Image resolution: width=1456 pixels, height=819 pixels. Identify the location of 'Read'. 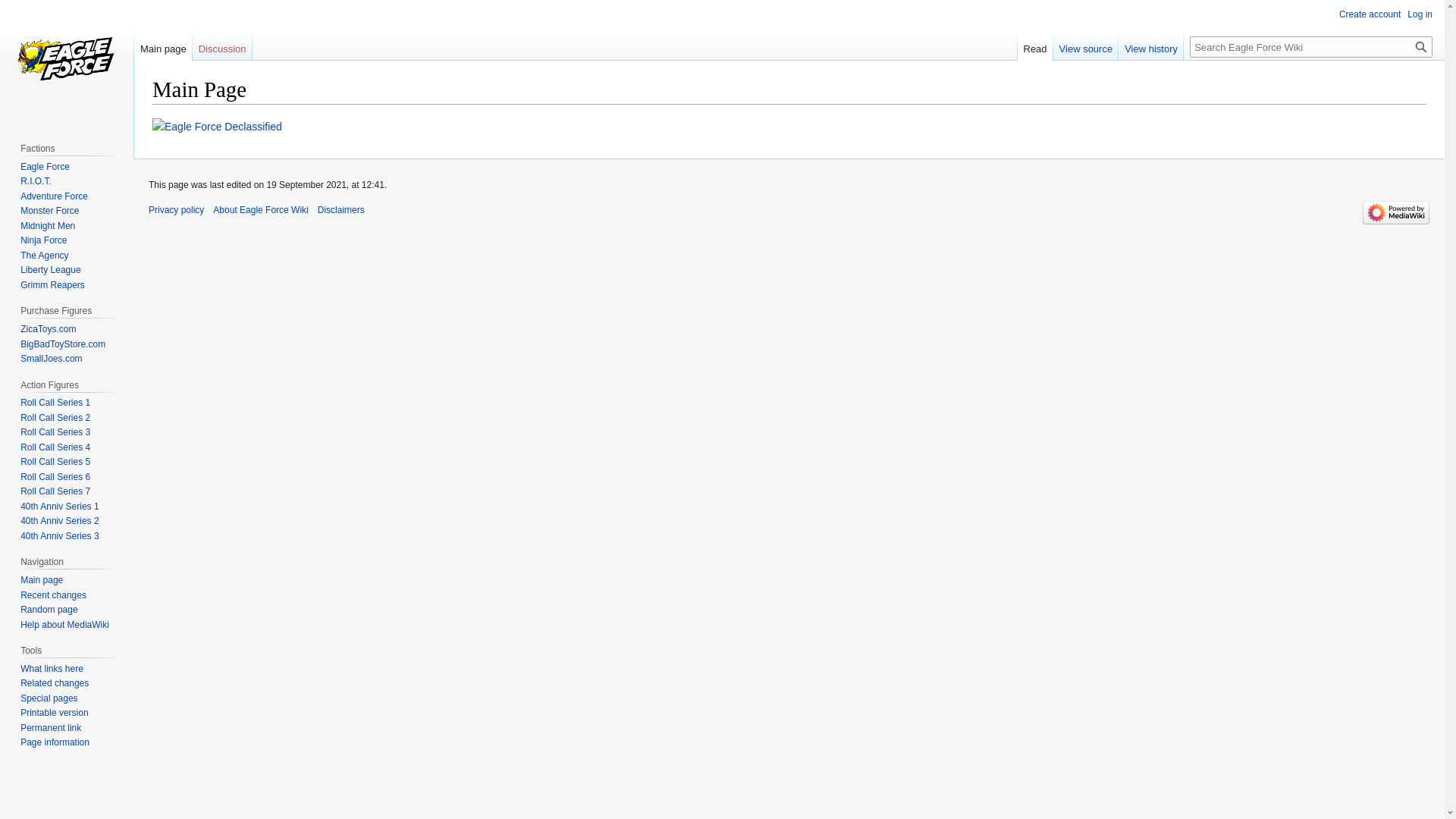
(1018, 45).